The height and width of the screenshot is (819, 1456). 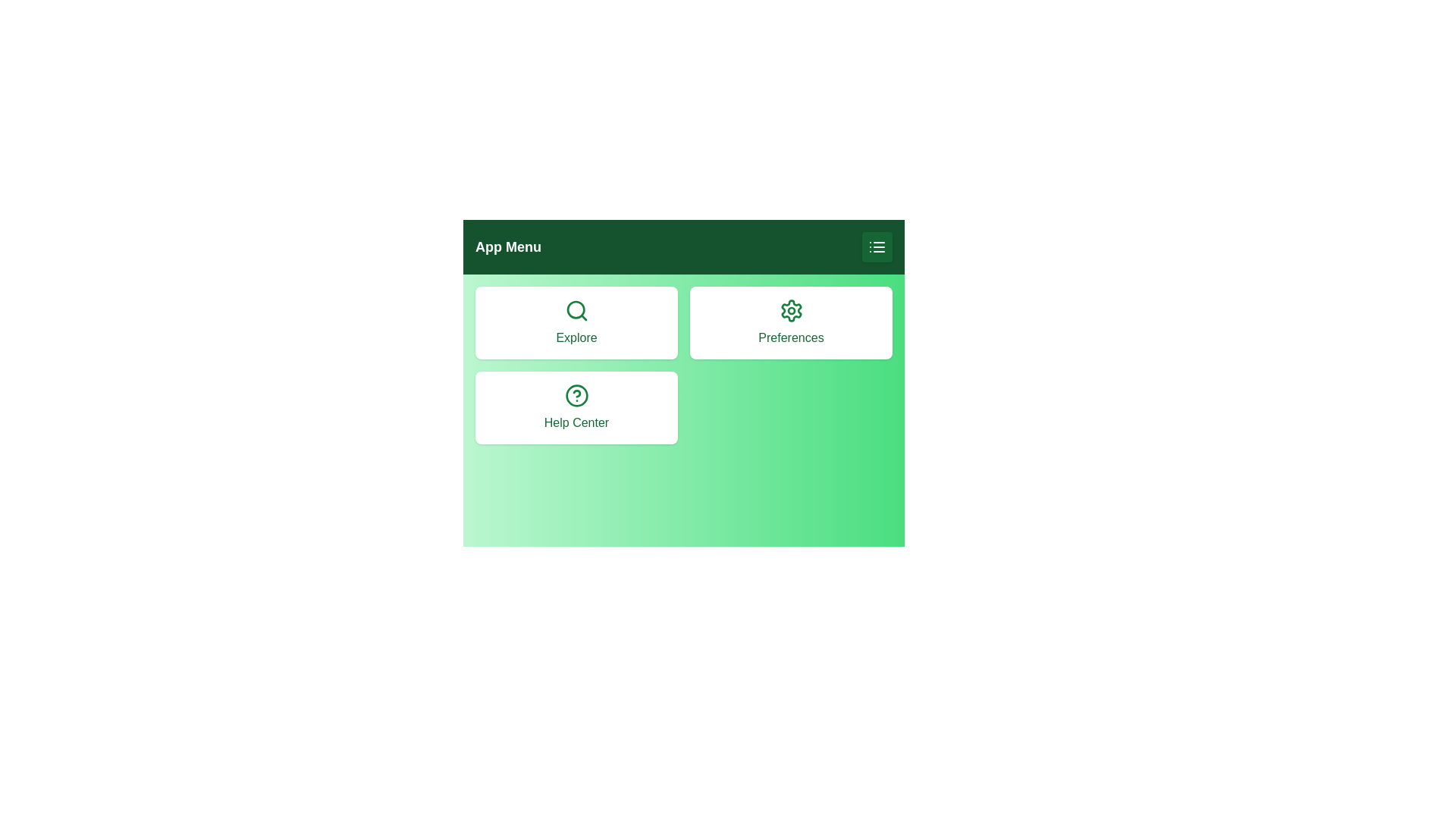 I want to click on menu button to toggle the menu visibility, so click(x=877, y=246).